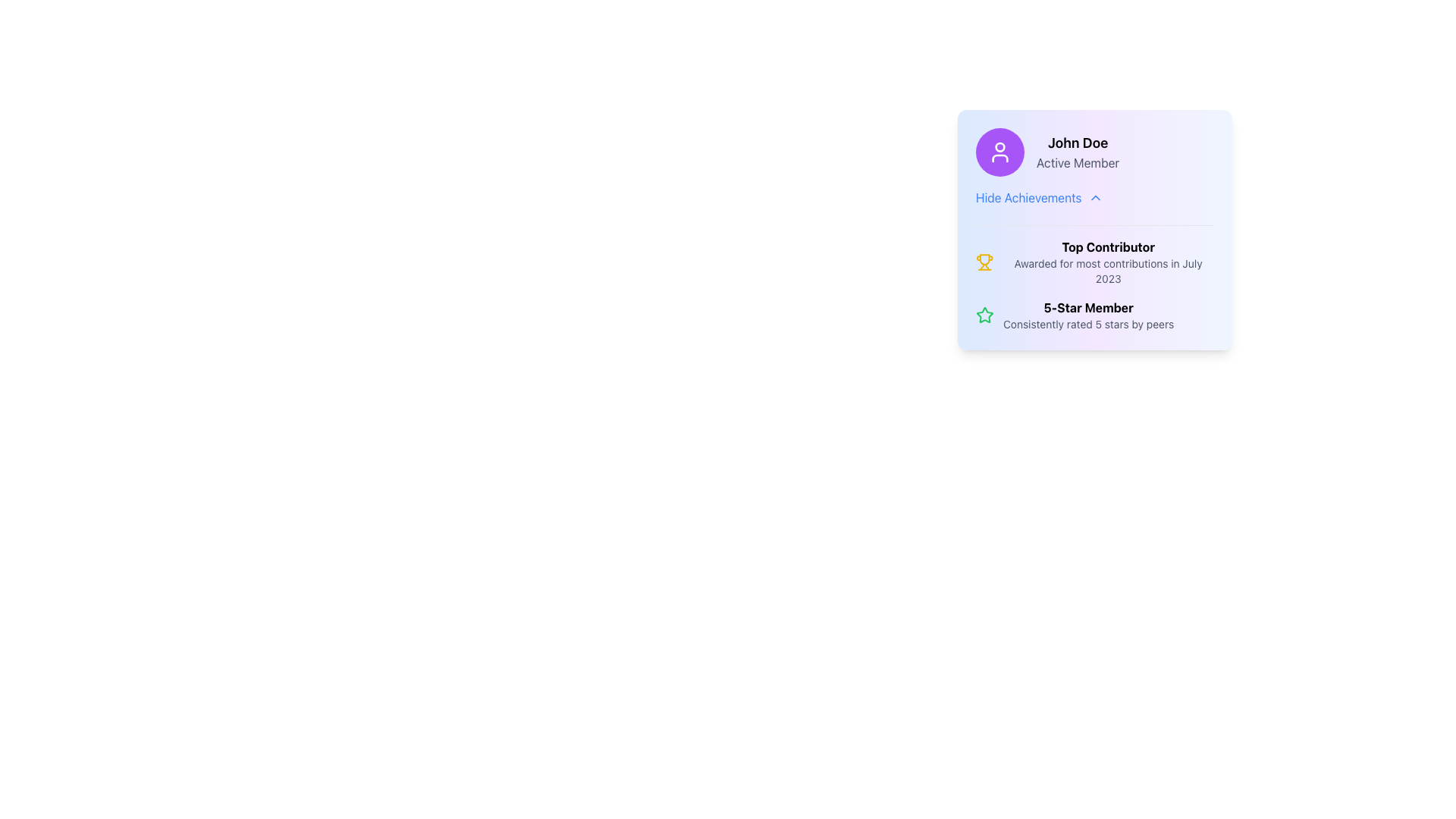 The height and width of the screenshot is (819, 1456). What do you see at coordinates (1028, 197) in the screenshot?
I see `the 'Hide Achievements' text label, which is styled in blue with an underline hover effect, located under the user's name 'John Doe' within the profile card interface` at bounding box center [1028, 197].